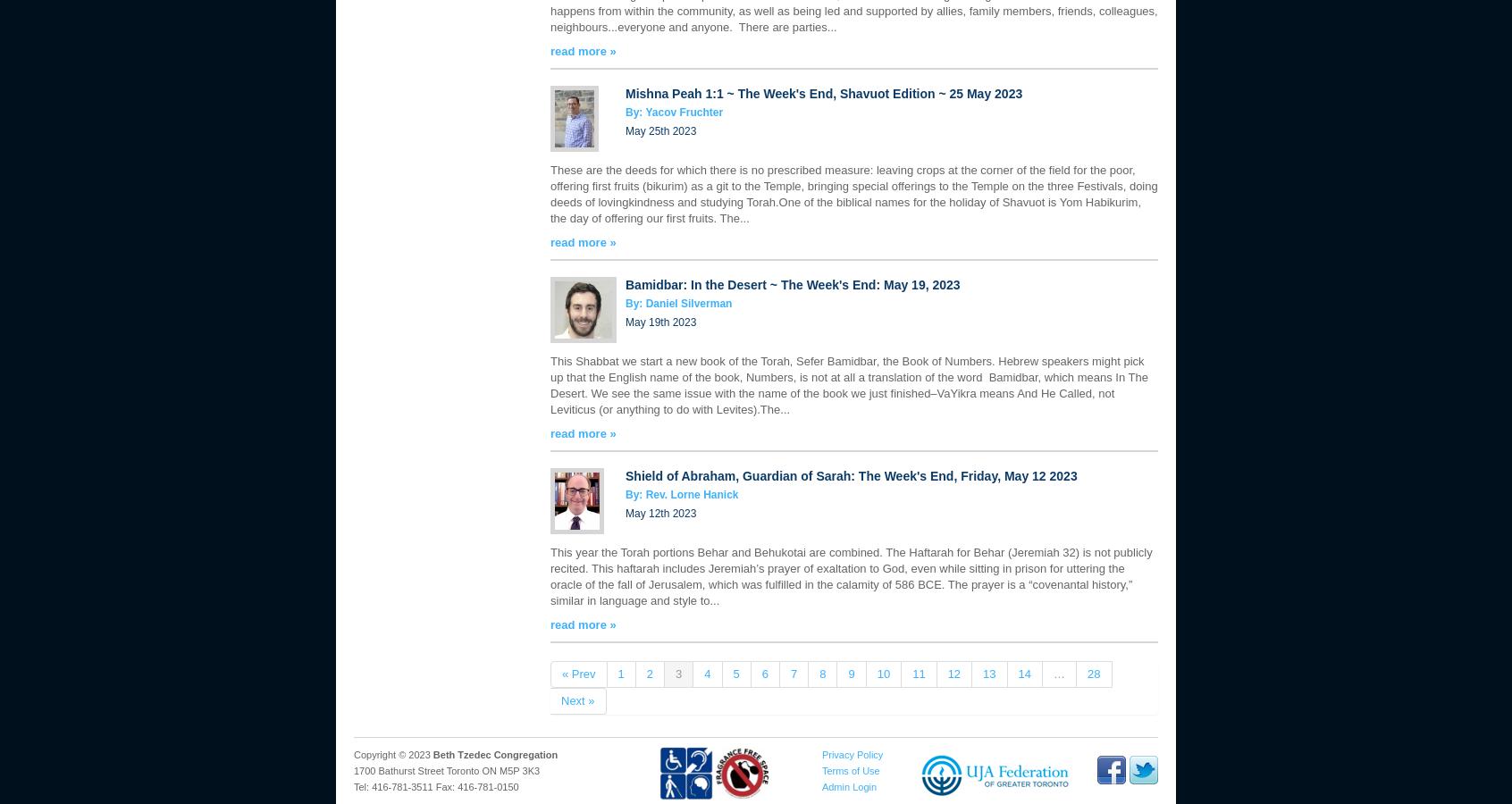  Describe the element at coordinates (494, 755) in the screenshot. I see `'Beth Tzedec Congregation'` at that location.